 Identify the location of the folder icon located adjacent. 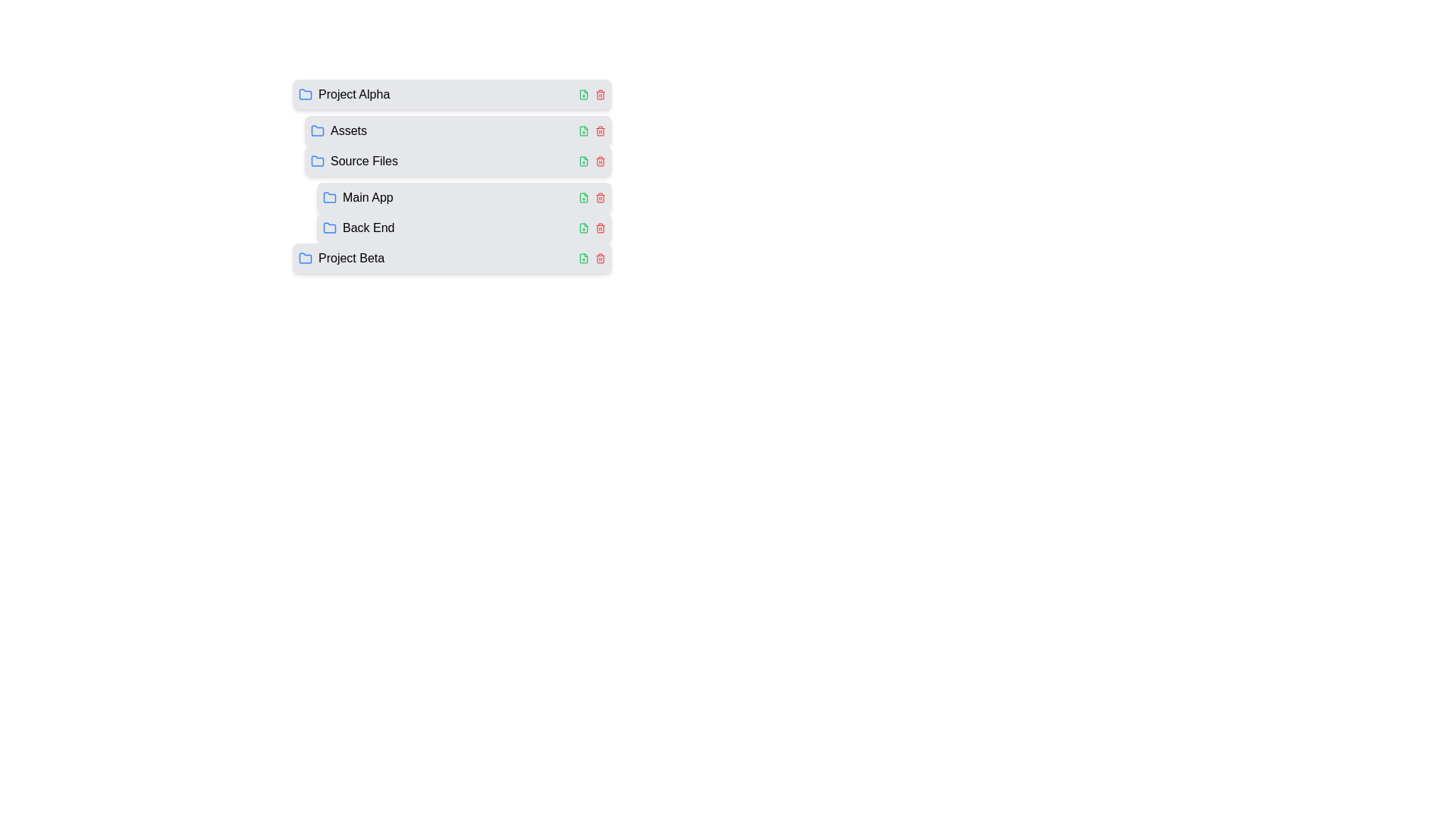
(329, 196).